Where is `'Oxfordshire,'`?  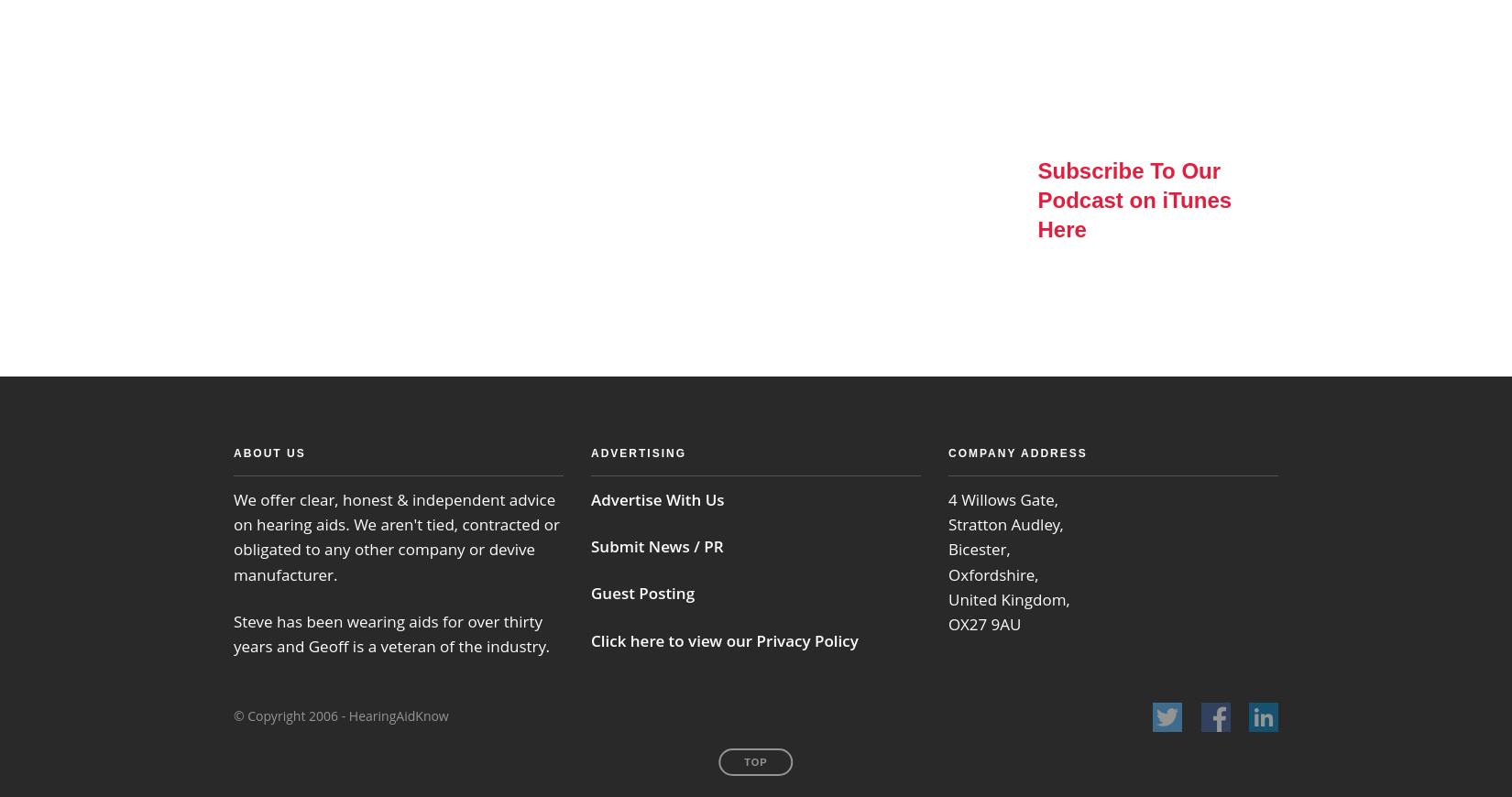 'Oxfordshire,' is located at coordinates (993, 573).